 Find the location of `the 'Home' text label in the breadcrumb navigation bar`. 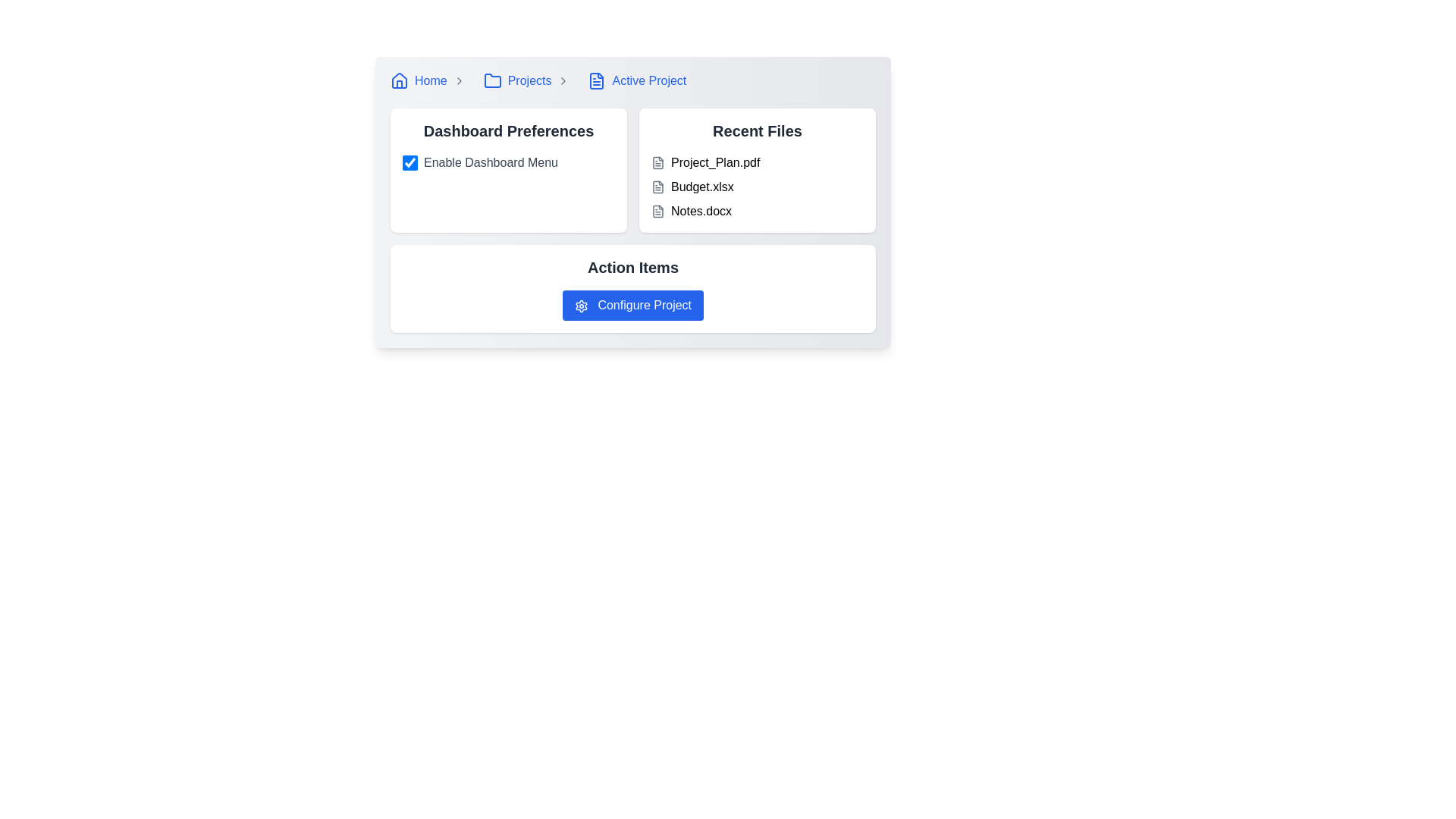

the 'Home' text label in the breadcrumb navigation bar is located at coordinates (430, 81).